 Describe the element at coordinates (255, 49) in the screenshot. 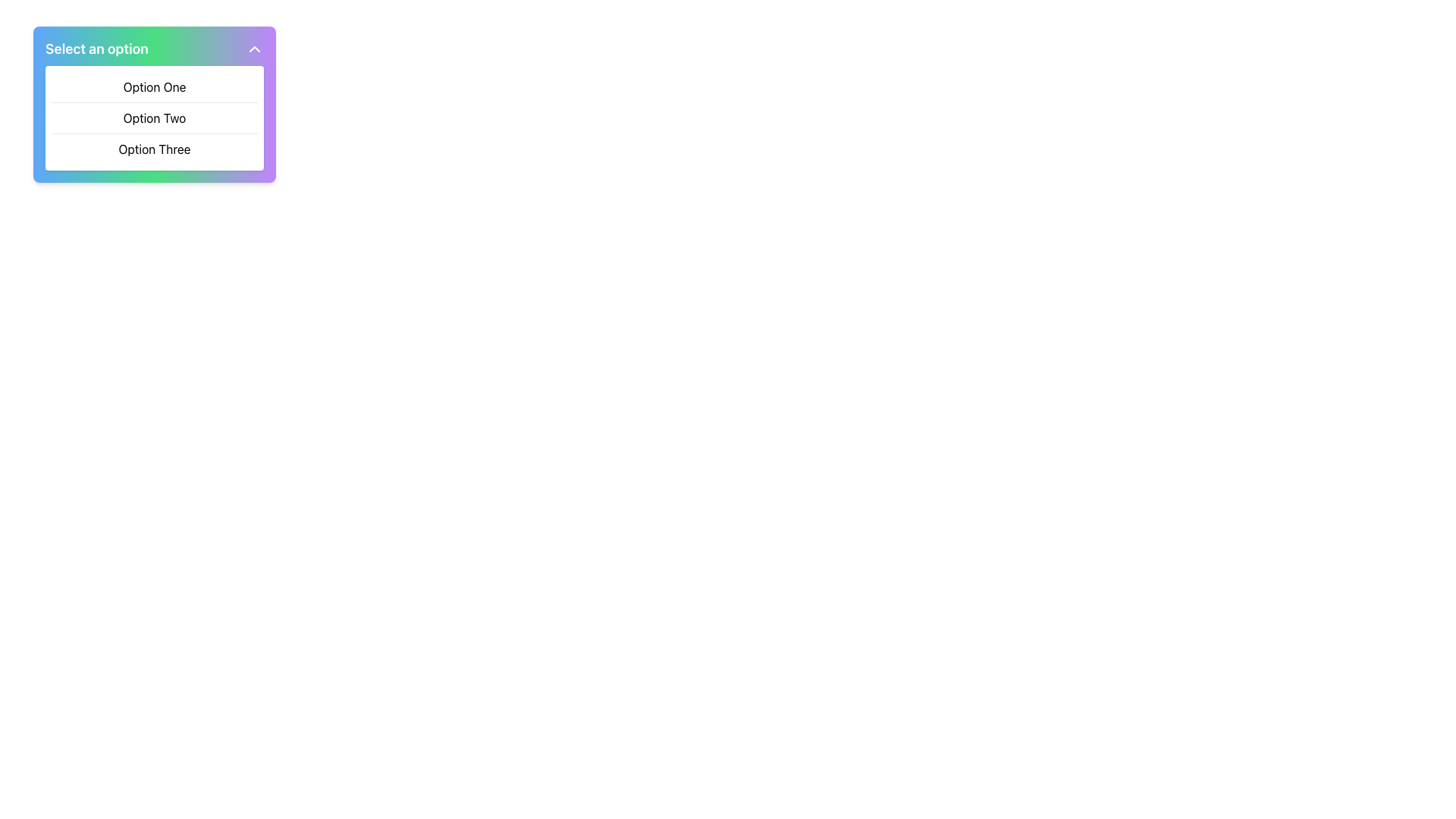

I see `the upward-pointing triangular button in the top-right corner of the dropdown interface` at that location.